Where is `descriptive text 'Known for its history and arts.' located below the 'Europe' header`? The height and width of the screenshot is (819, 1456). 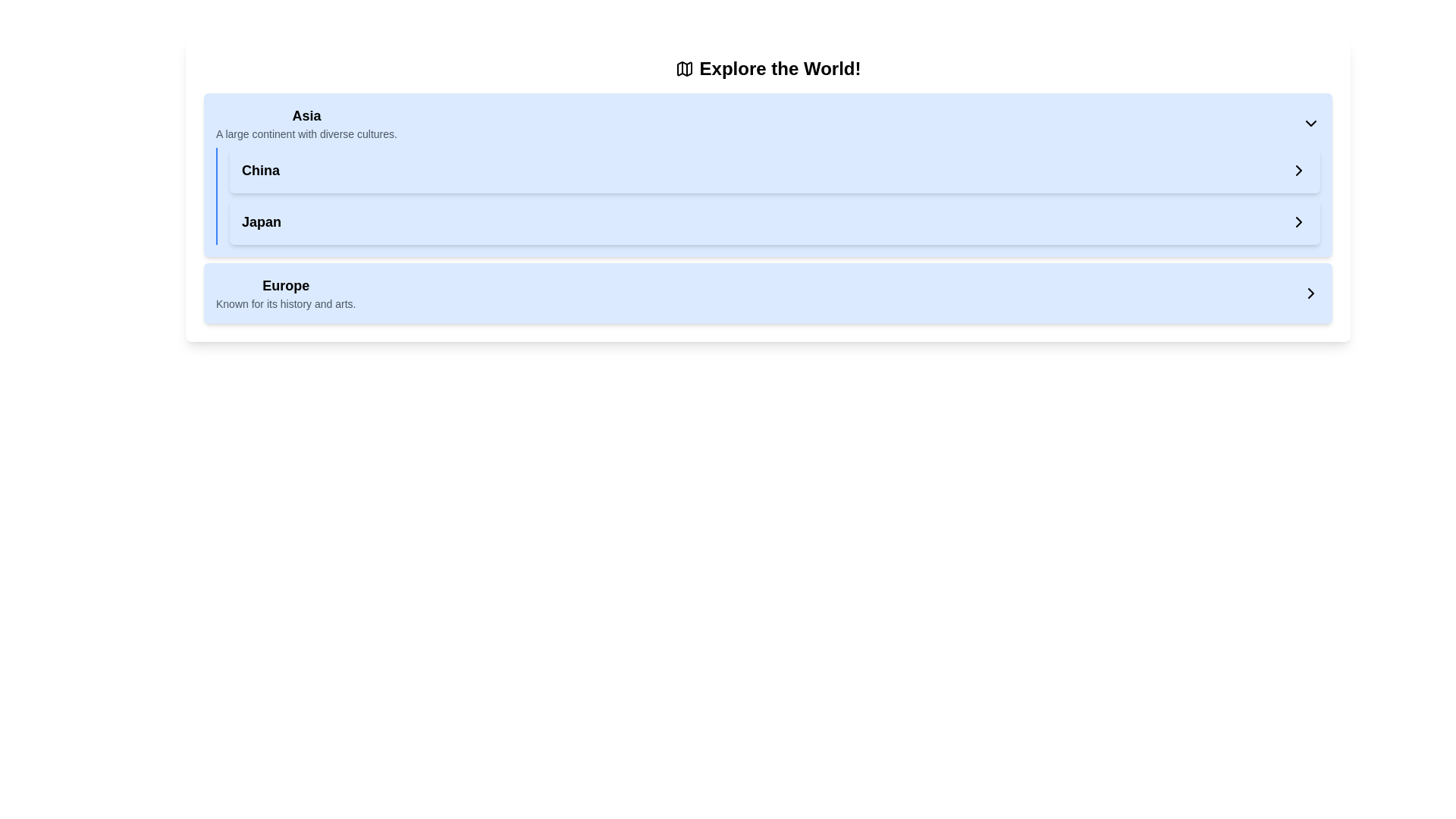 descriptive text 'Known for its history and arts.' located below the 'Europe' header is located at coordinates (286, 304).